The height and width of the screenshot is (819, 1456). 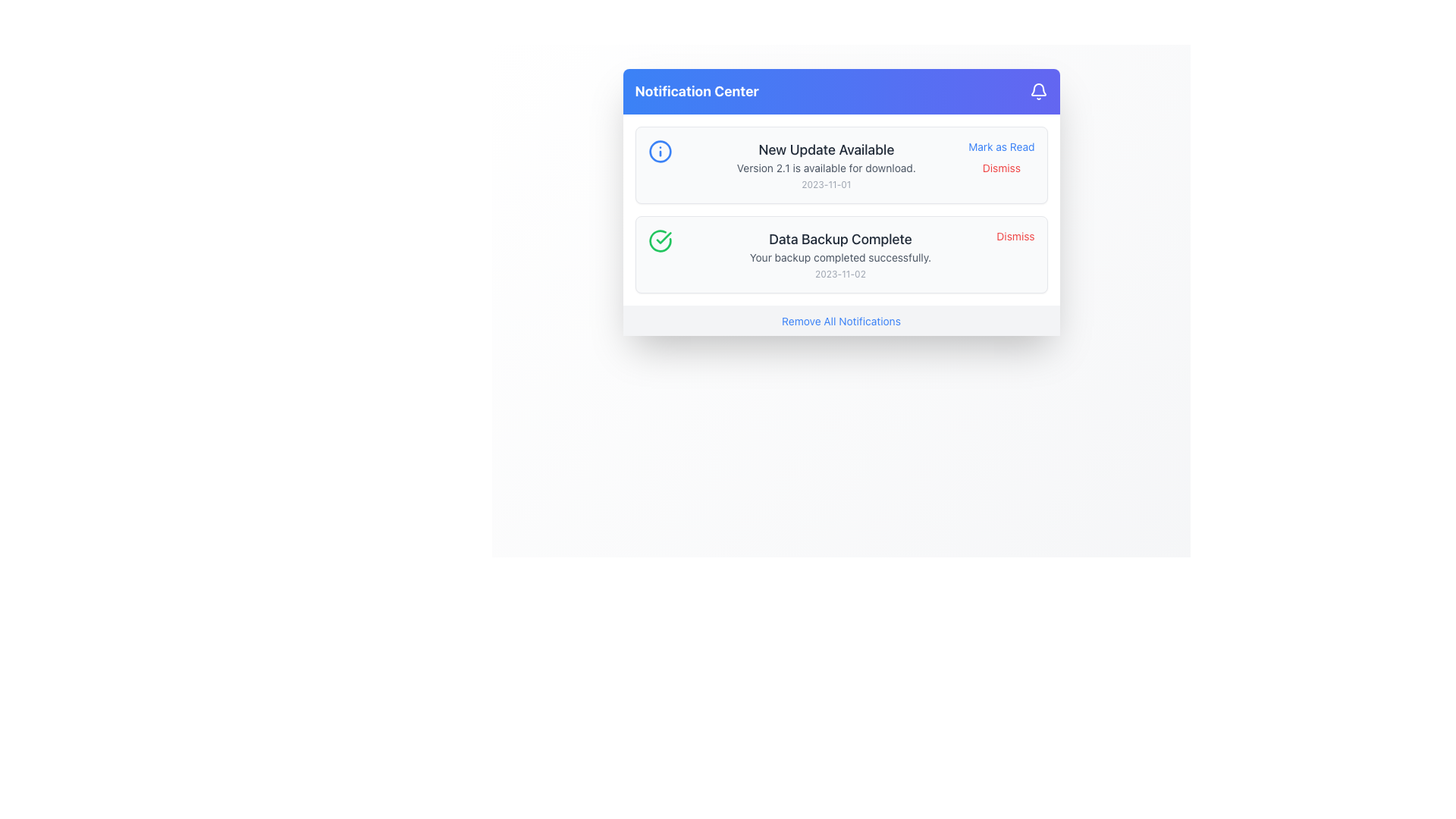 I want to click on the bold red 'Dismiss' label located at the right end of the 'Data Backup Complete' notification block, so click(x=1015, y=237).